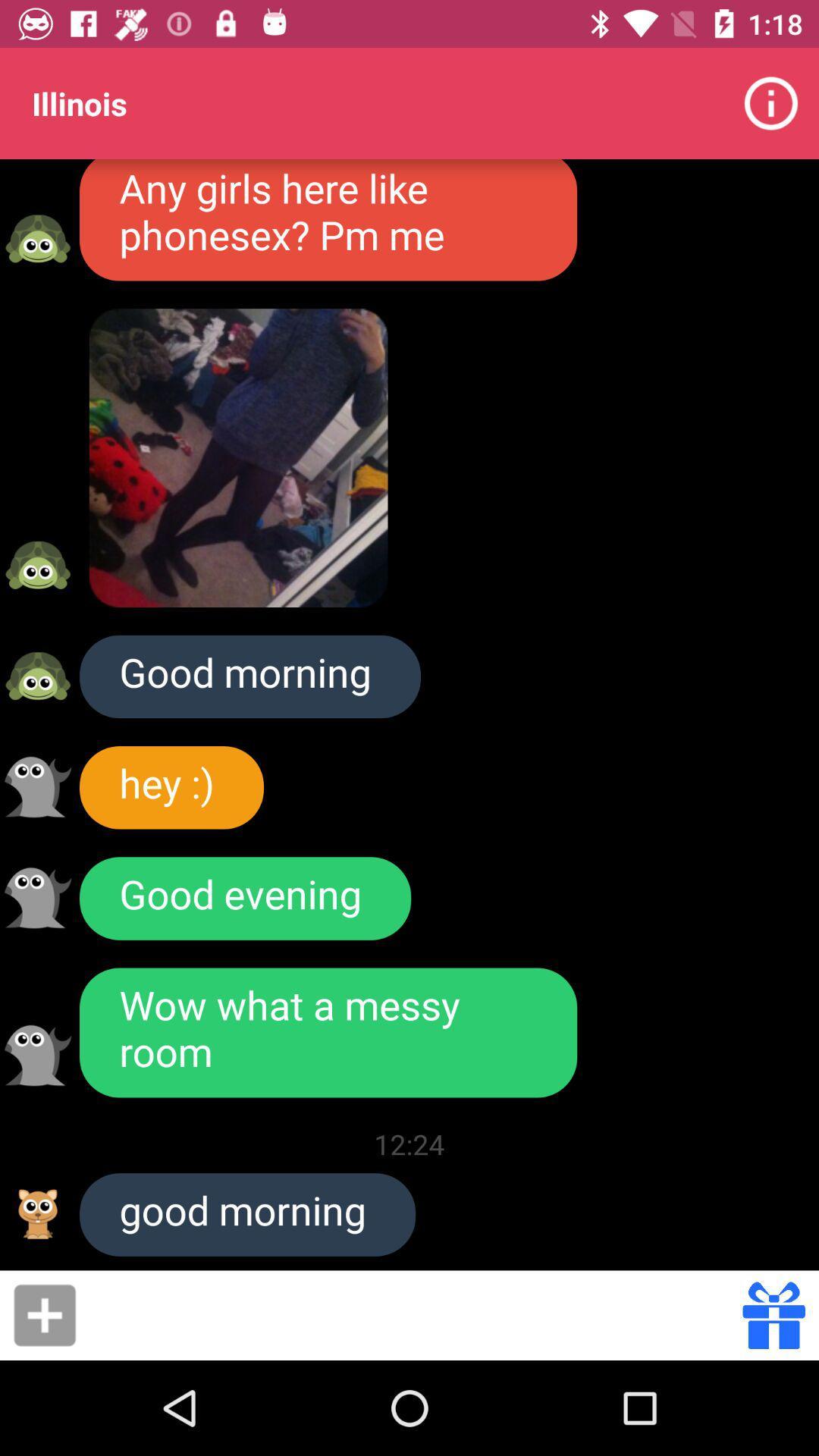 The height and width of the screenshot is (1456, 819). What do you see at coordinates (239, 457) in the screenshot?
I see `the image which is below any girls here like phonesex pm me` at bounding box center [239, 457].